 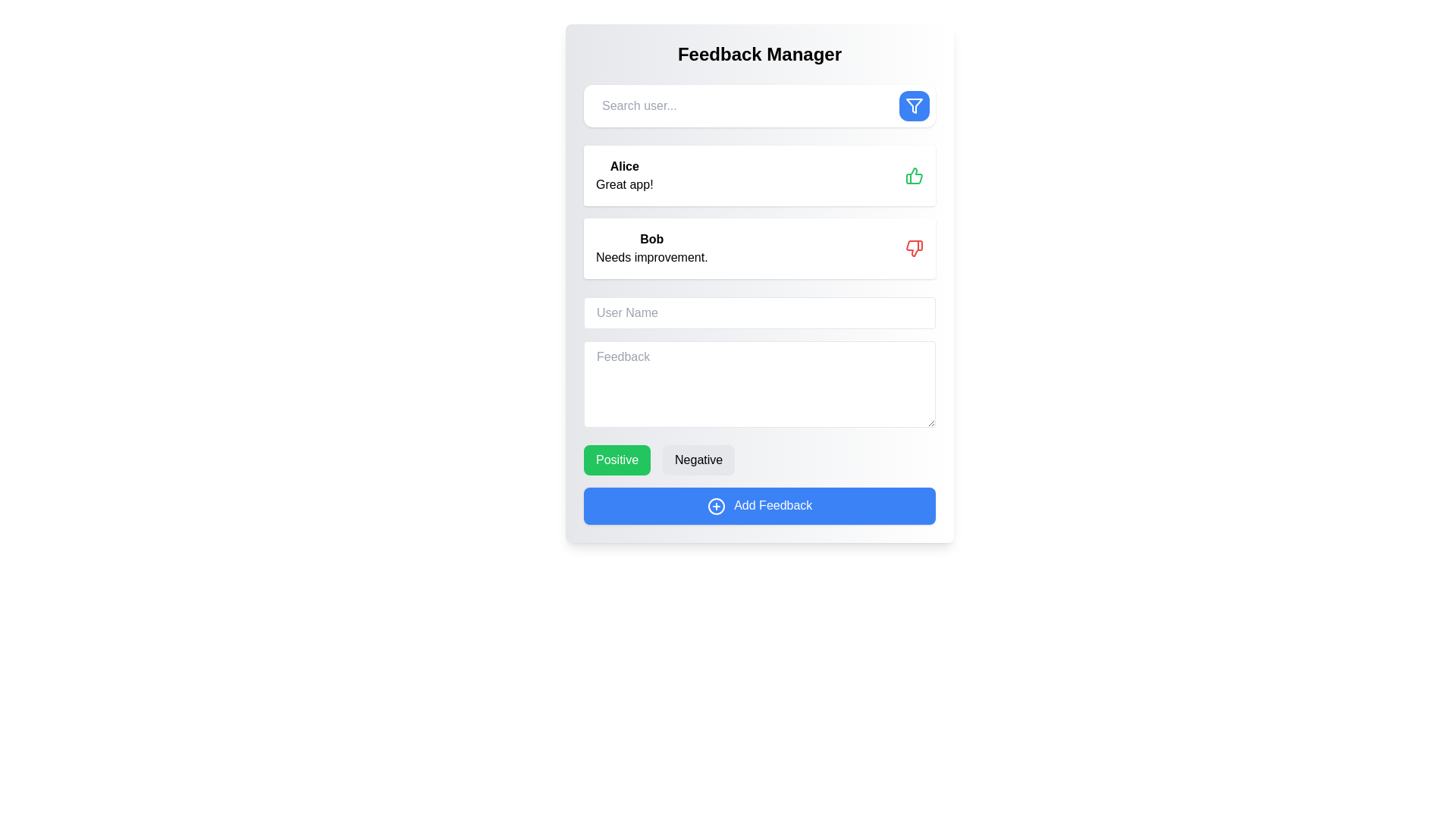 I want to click on the static text block displaying the username 'Alice' and the comment 'Great app!' in the feedback area, which is the top entry in the listing, so click(x=624, y=174).